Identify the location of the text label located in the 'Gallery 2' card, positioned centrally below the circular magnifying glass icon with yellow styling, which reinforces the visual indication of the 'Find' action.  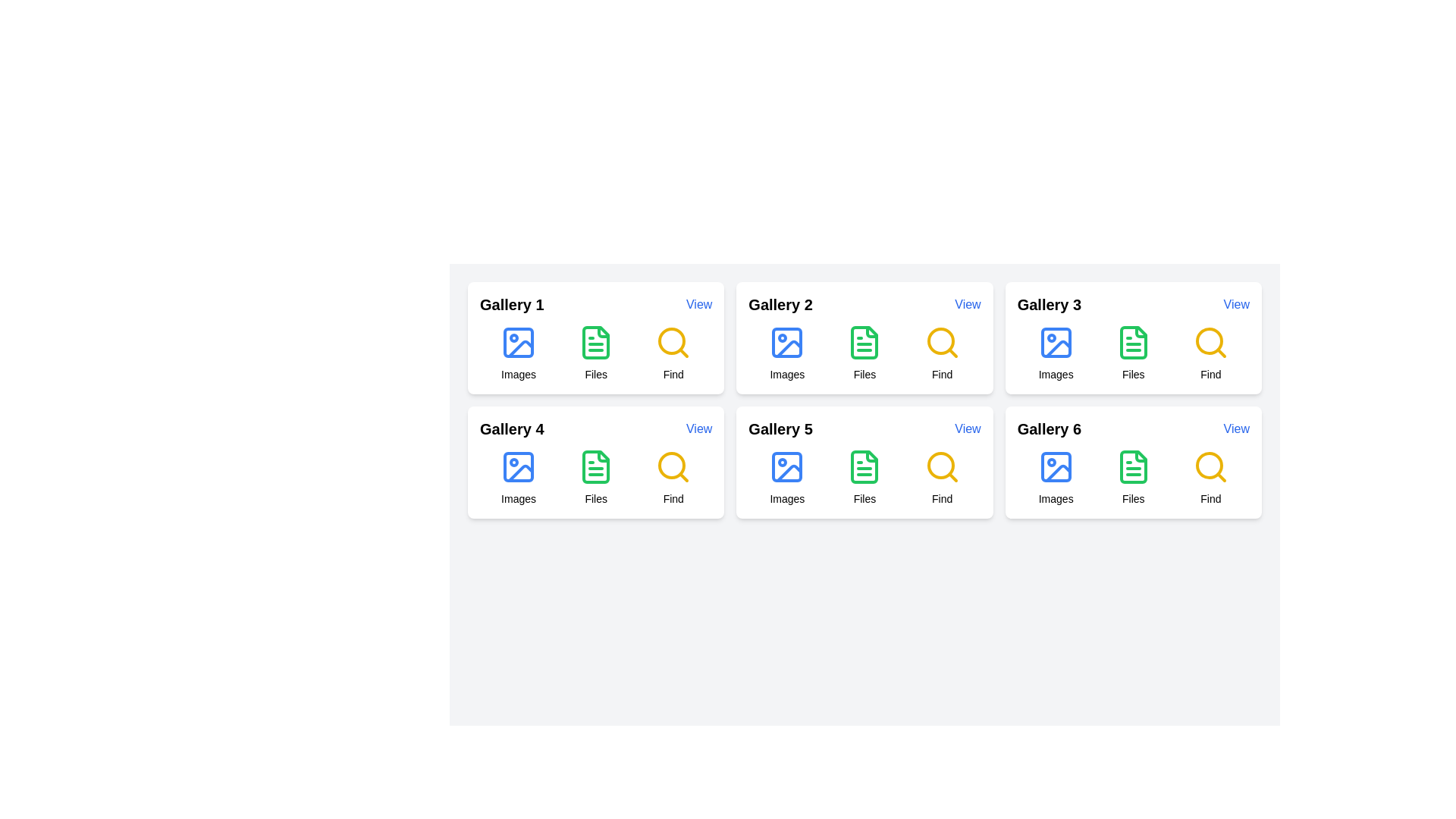
(941, 374).